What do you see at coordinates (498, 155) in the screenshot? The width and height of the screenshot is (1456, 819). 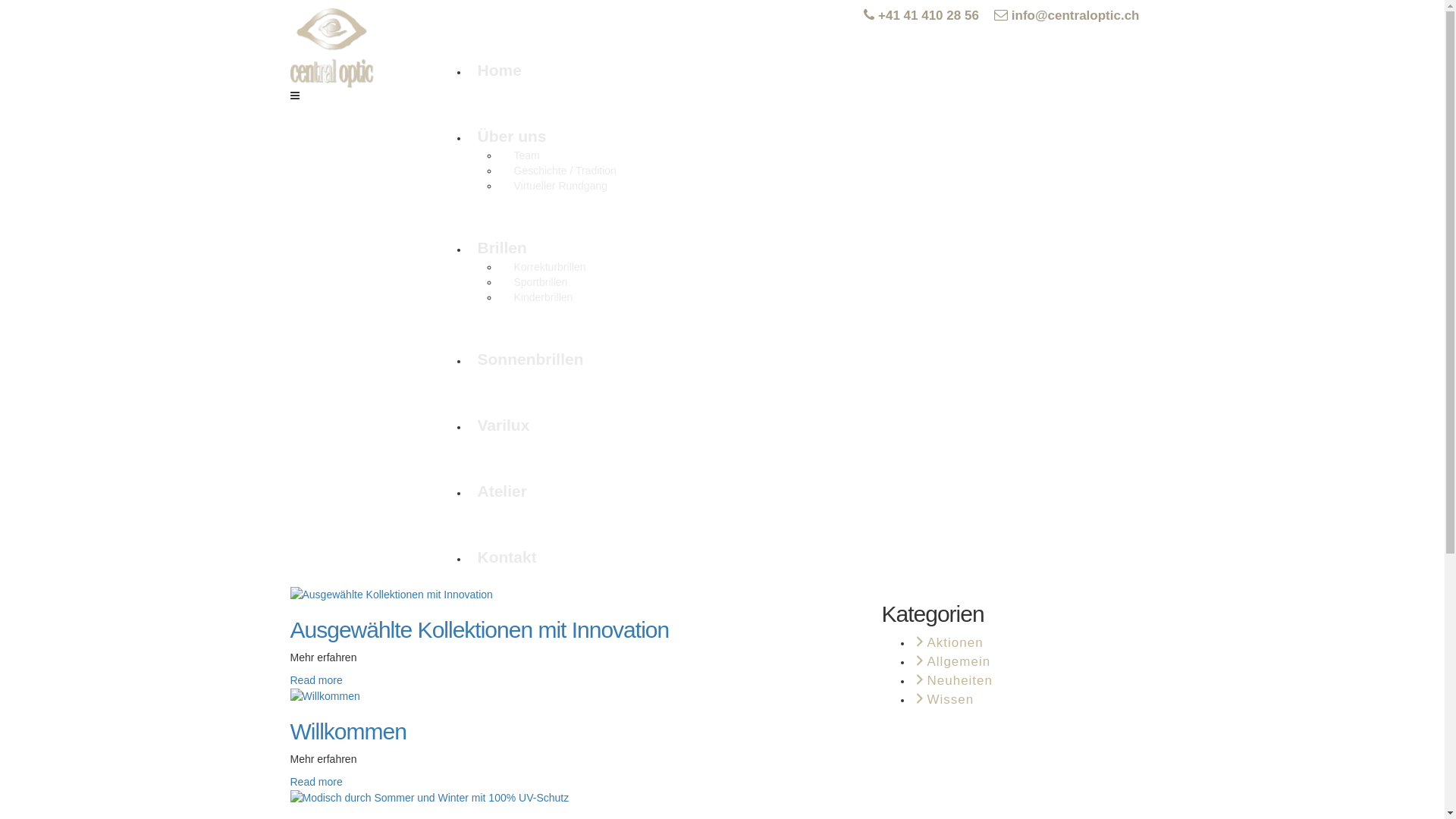 I see `'Team'` at bounding box center [498, 155].